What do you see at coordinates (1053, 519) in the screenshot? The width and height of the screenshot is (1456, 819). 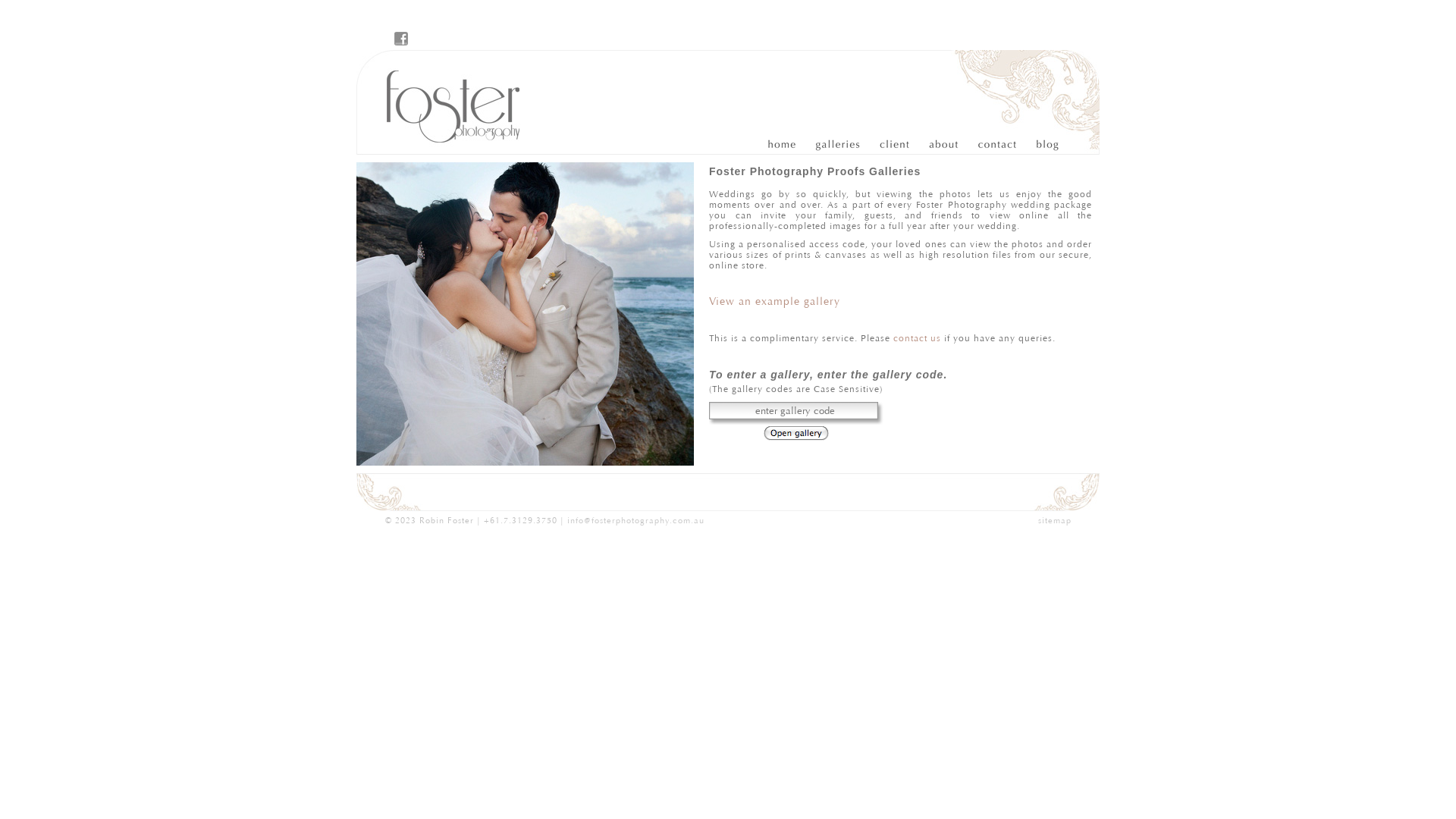 I see `'sitemap'` at bounding box center [1053, 519].